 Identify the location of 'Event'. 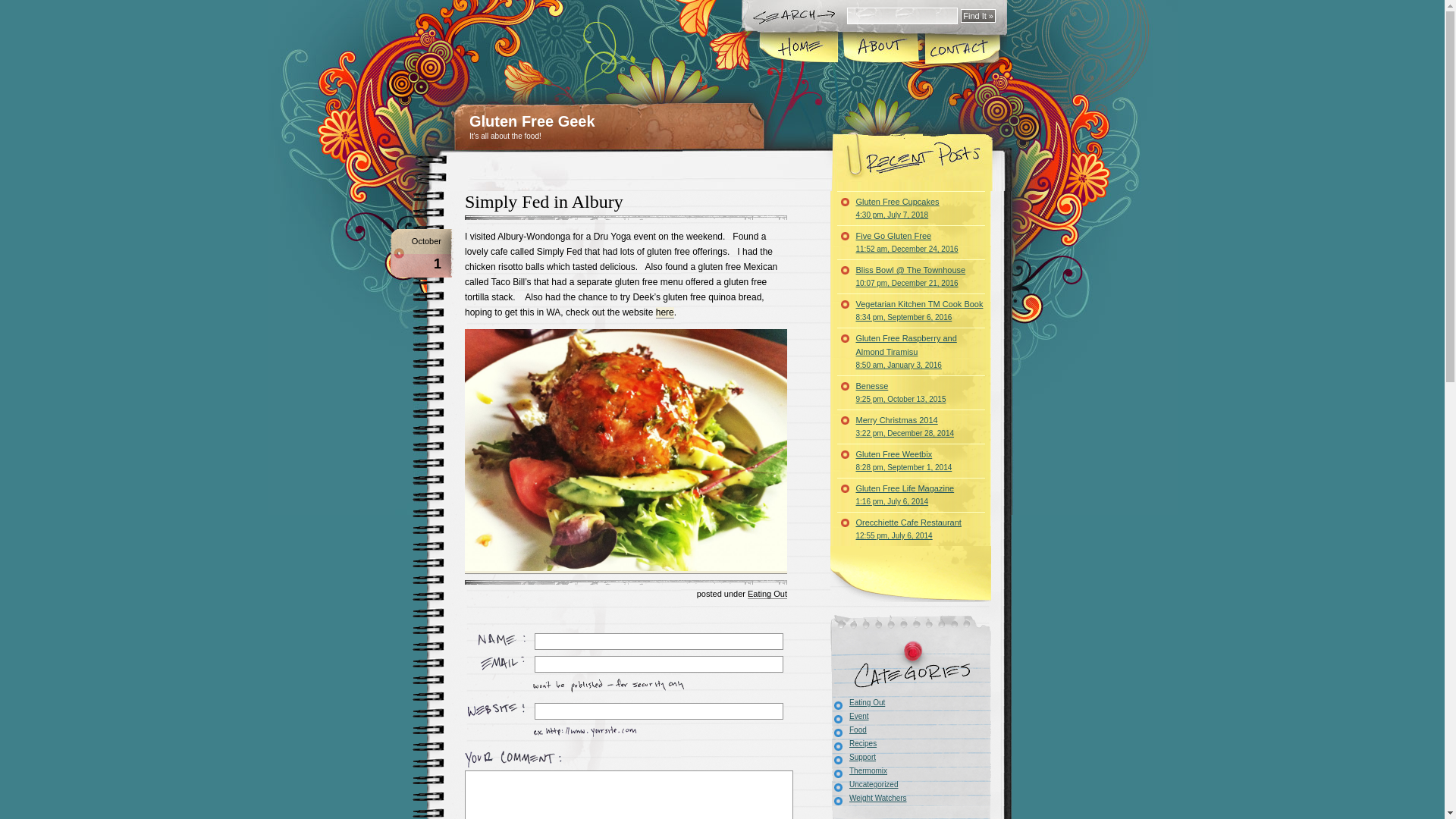
(849, 716).